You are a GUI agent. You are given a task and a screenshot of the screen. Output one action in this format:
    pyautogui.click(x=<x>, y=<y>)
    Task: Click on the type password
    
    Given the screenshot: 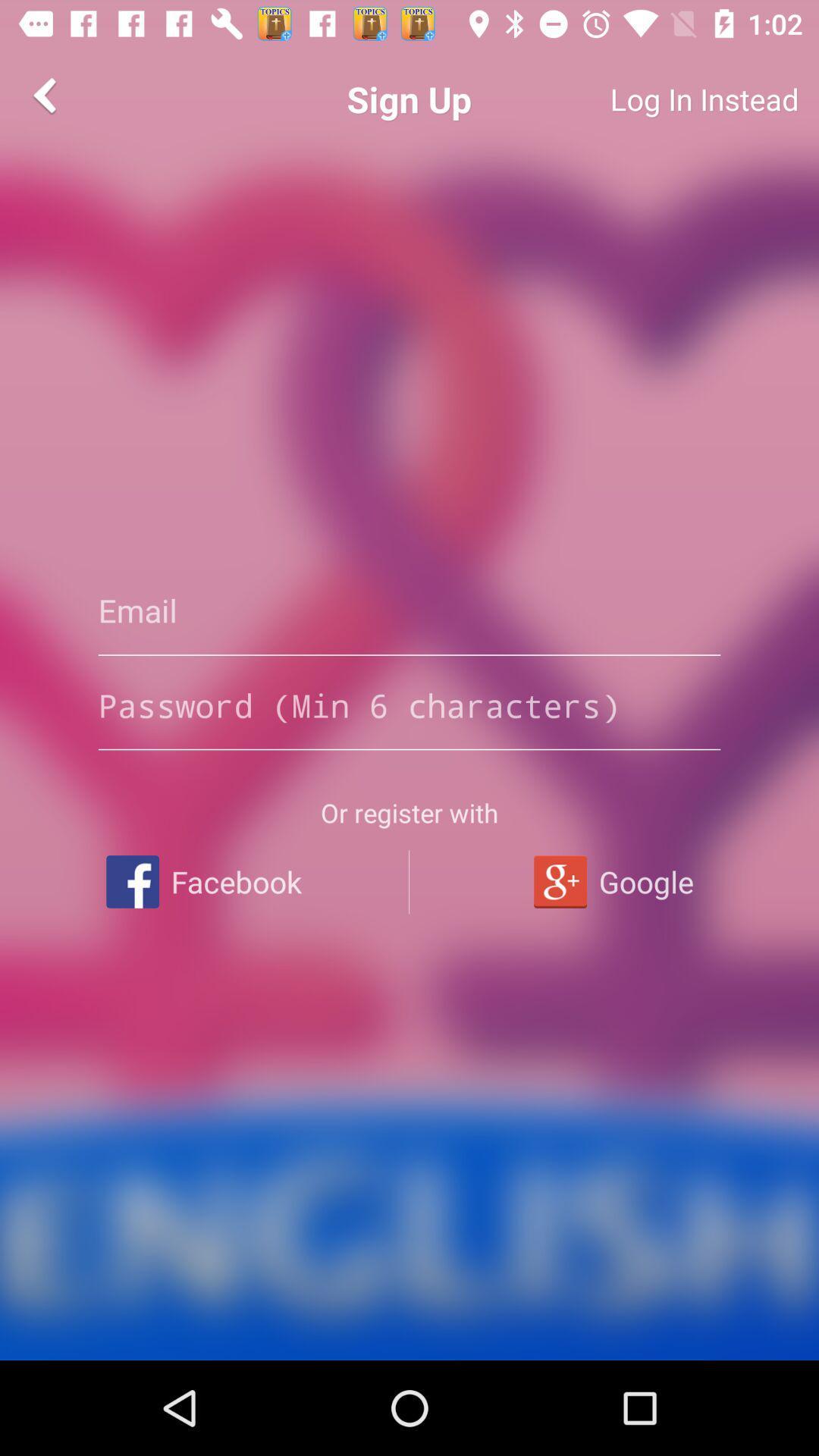 What is the action you would take?
    pyautogui.click(x=409, y=704)
    